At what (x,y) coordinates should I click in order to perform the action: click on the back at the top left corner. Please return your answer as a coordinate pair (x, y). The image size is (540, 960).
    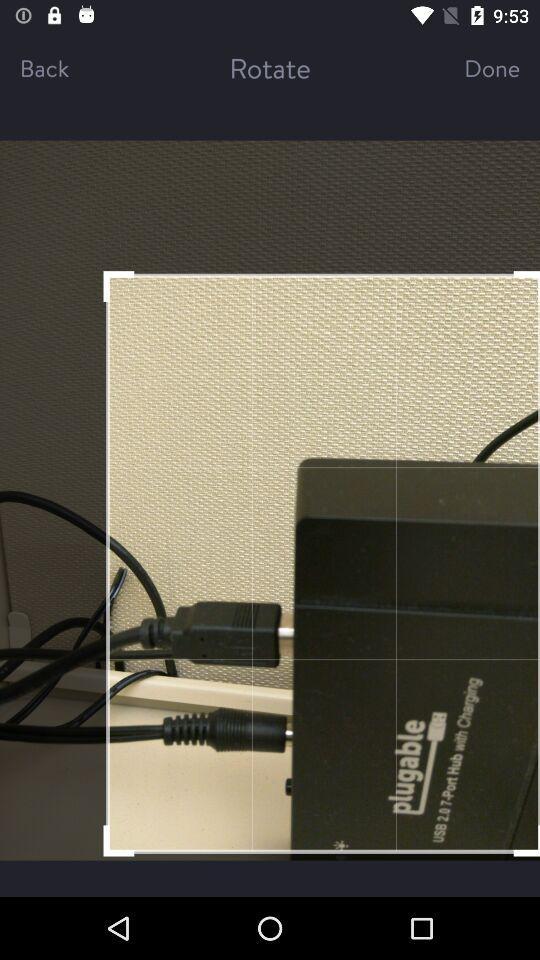
    Looking at the image, I should click on (65, 67).